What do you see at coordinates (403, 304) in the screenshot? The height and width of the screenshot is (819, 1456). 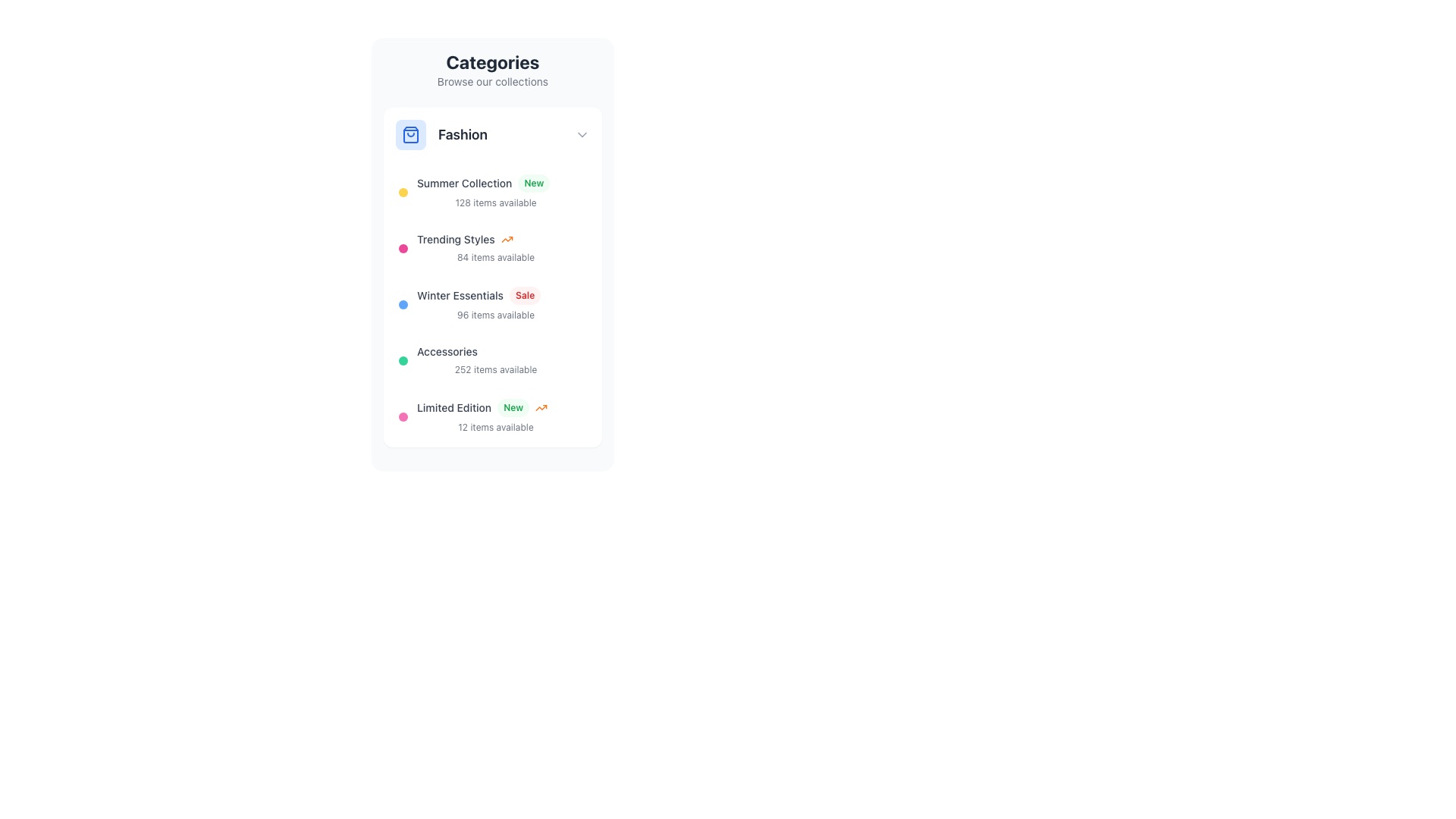 I see `the visual indicator icon located at the leftmost side of the row labeled 'Winter Essentials Sale 96 items available'` at bounding box center [403, 304].